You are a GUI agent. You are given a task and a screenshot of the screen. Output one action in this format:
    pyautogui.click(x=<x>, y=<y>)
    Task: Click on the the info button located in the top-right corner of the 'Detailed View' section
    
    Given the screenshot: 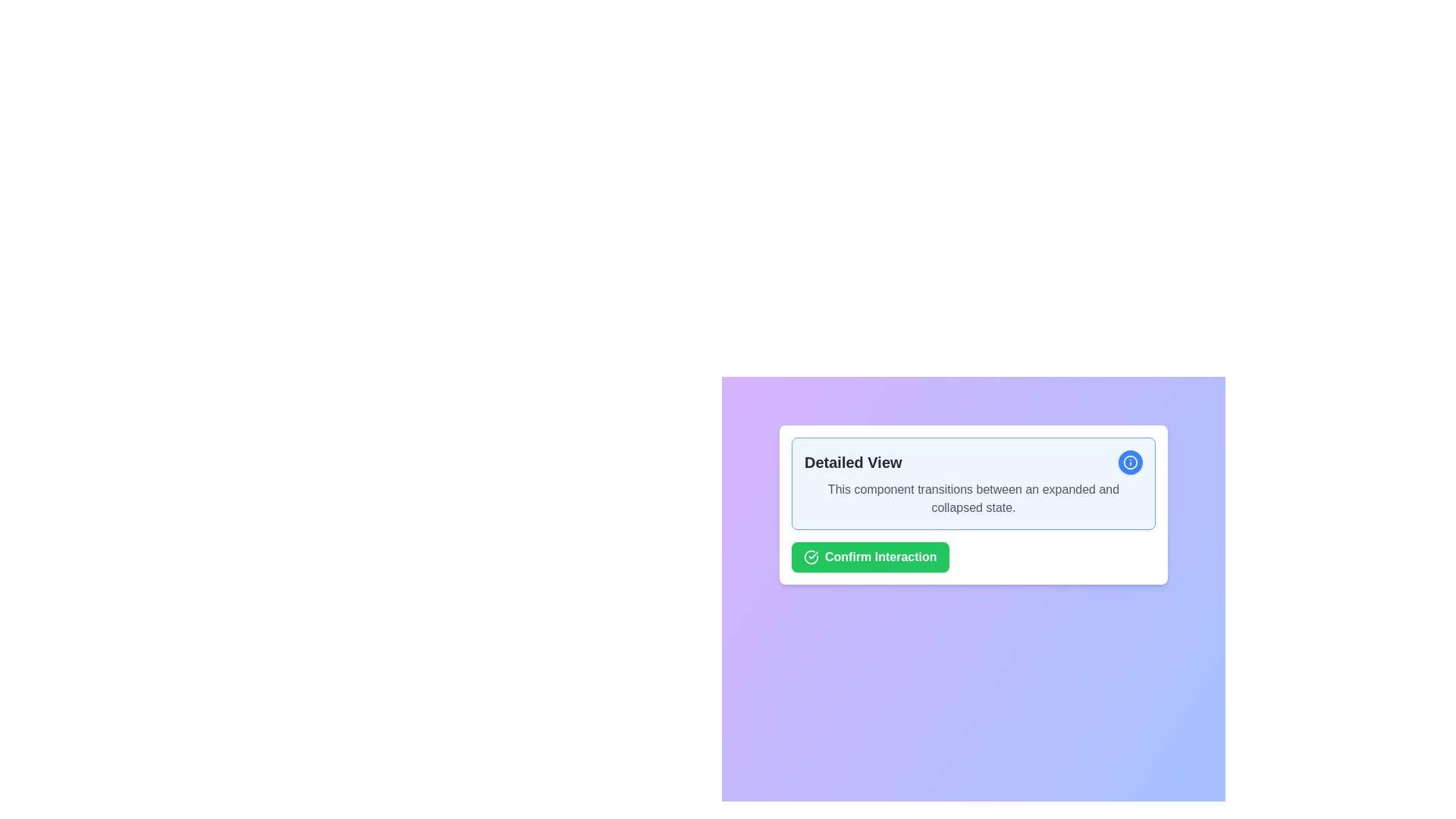 What is the action you would take?
    pyautogui.click(x=1131, y=461)
    